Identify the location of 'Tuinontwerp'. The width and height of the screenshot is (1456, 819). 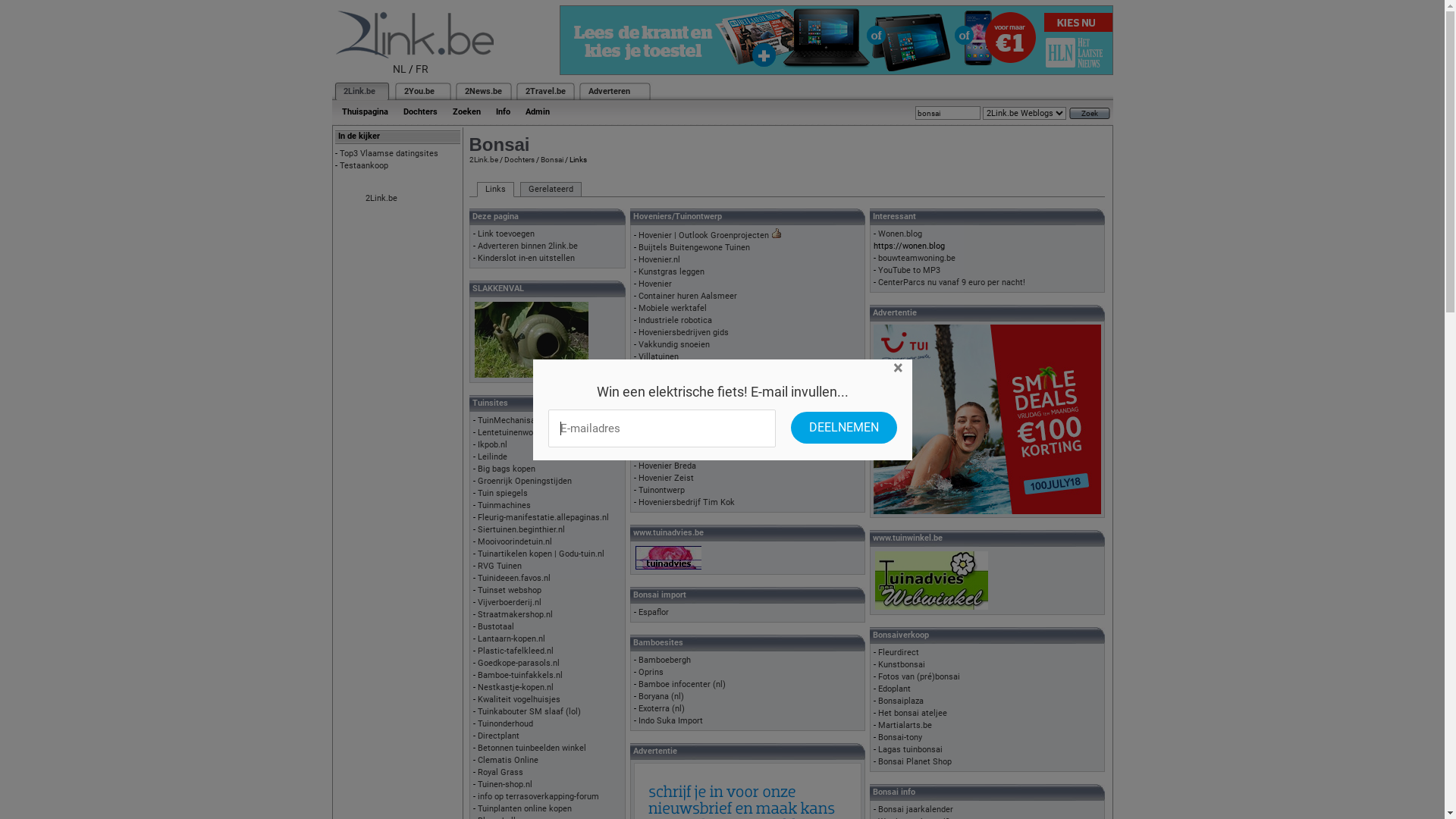
(661, 490).